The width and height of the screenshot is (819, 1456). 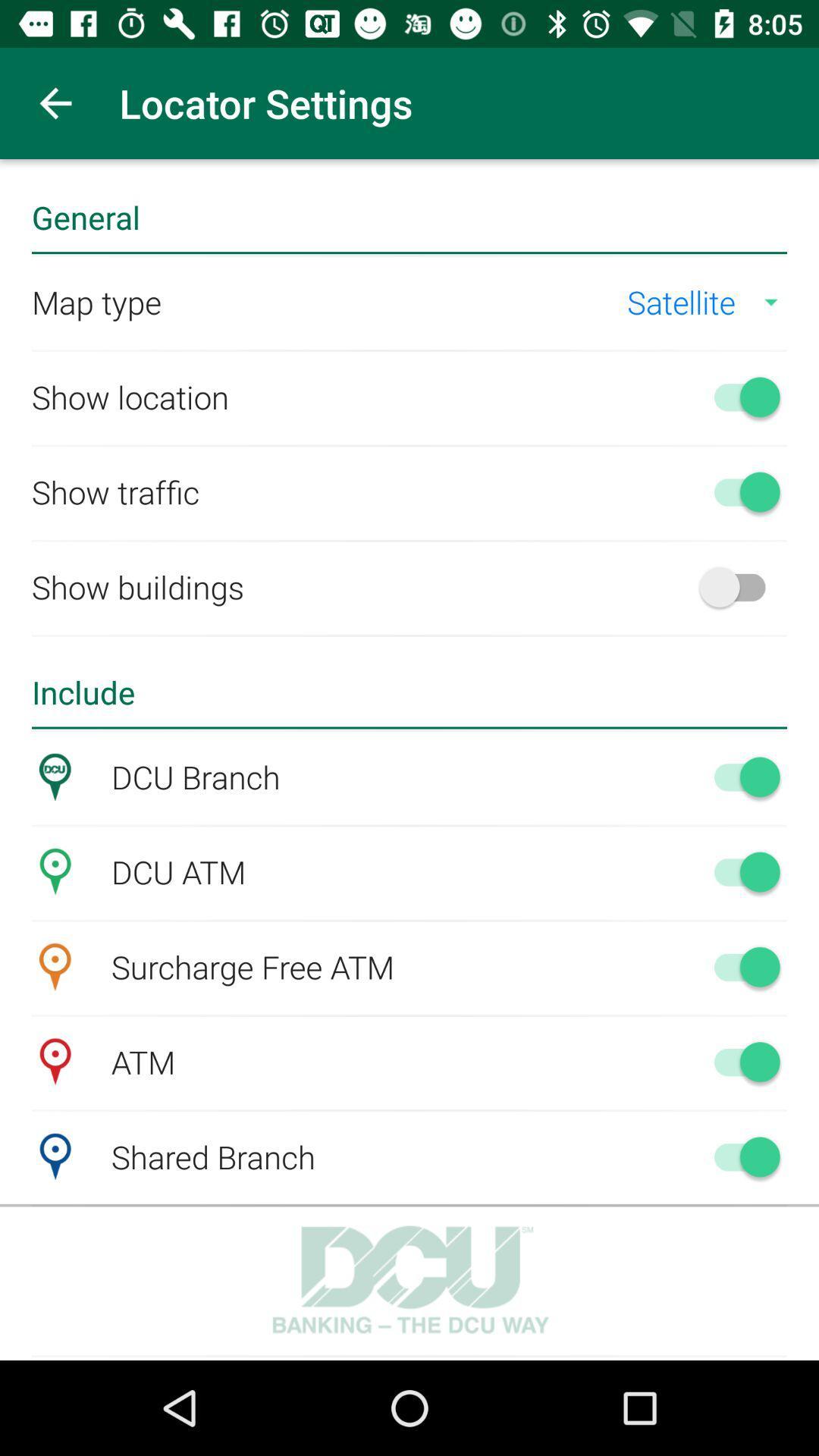 I want to click on enabling or disabling shared branch button, so click(x=739, y=1156).